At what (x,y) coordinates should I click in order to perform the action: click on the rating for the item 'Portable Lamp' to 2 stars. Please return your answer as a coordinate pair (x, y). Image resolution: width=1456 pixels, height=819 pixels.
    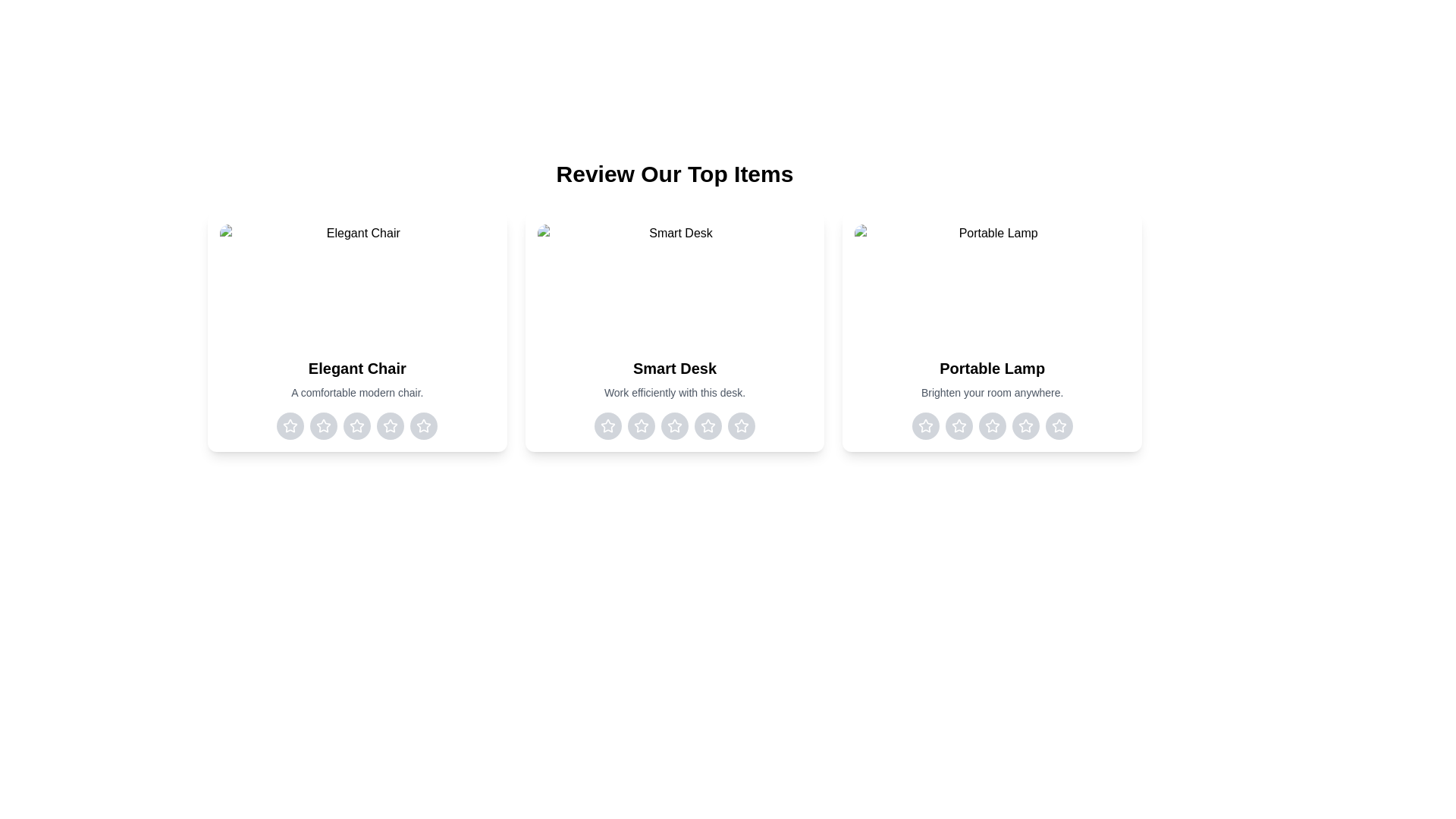
    Looking at the image, I should click on (957, 426).